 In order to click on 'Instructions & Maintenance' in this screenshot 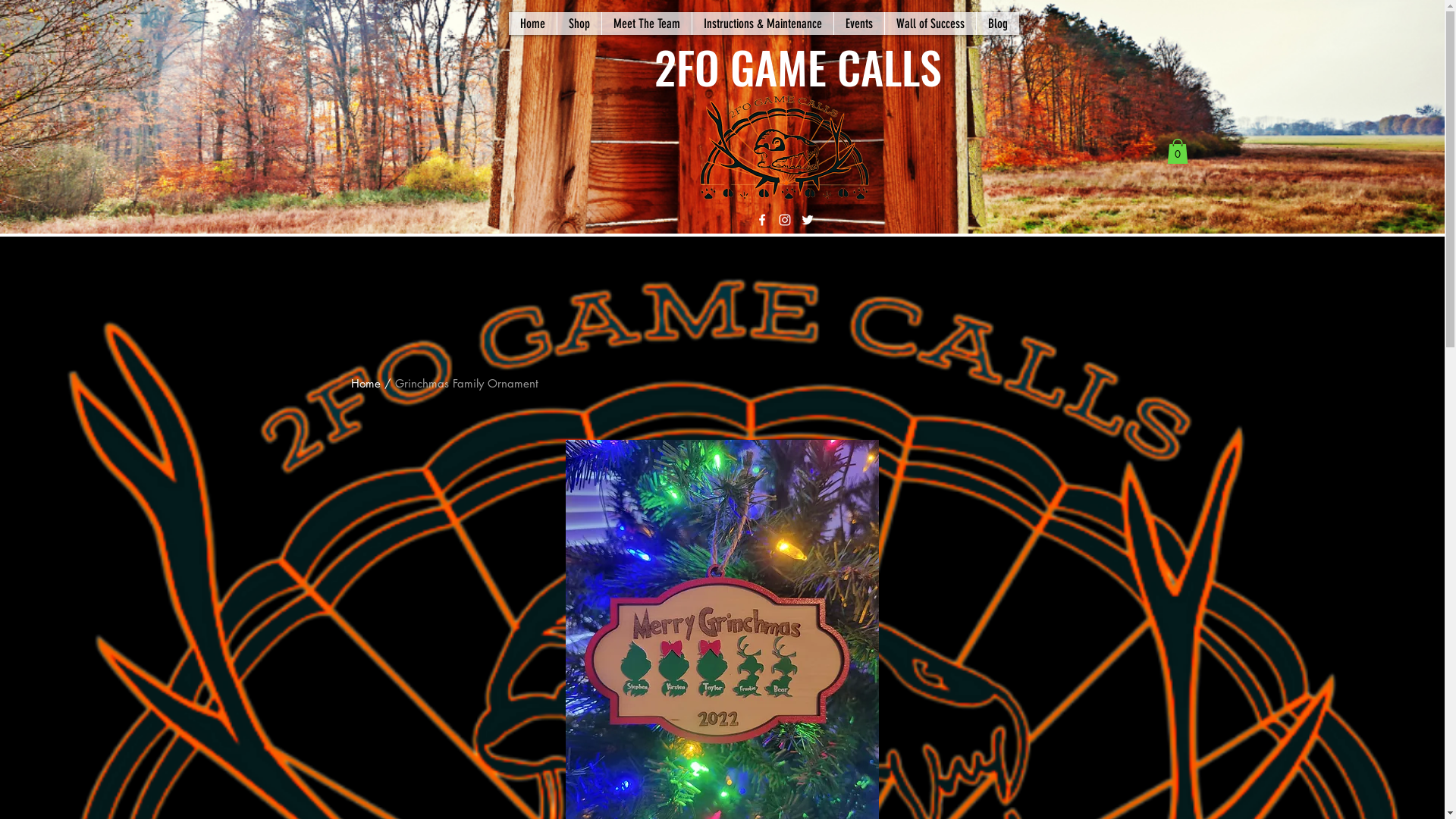, I will do `click(762, 23)`.